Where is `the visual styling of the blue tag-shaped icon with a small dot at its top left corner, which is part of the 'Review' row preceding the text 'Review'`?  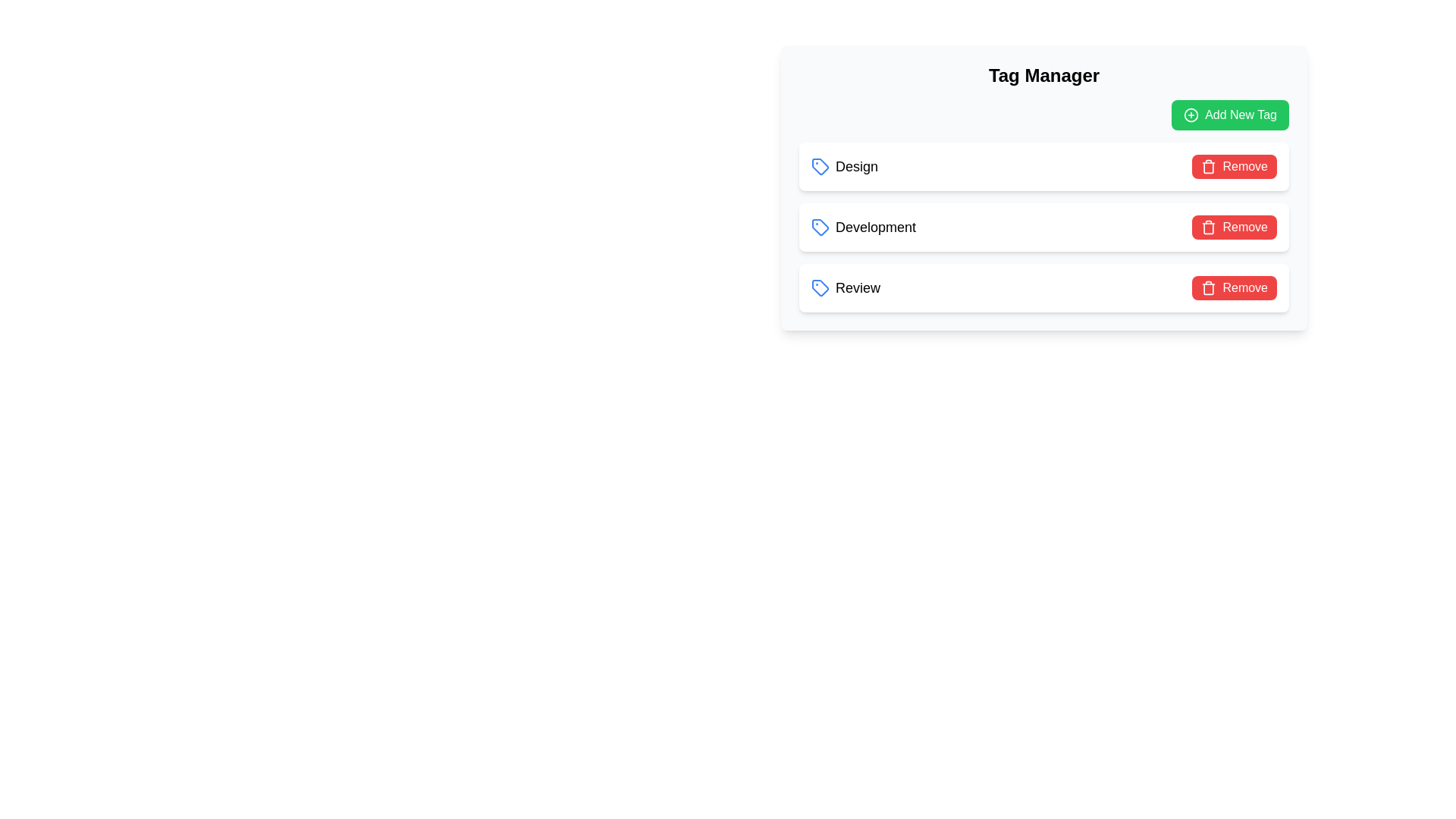
the visual styling of the blue tag-shaped icon with a small dot at its top left corner, which is part of the 'Review' row preceding the text 'Review' is located at coordinates (819, 288).